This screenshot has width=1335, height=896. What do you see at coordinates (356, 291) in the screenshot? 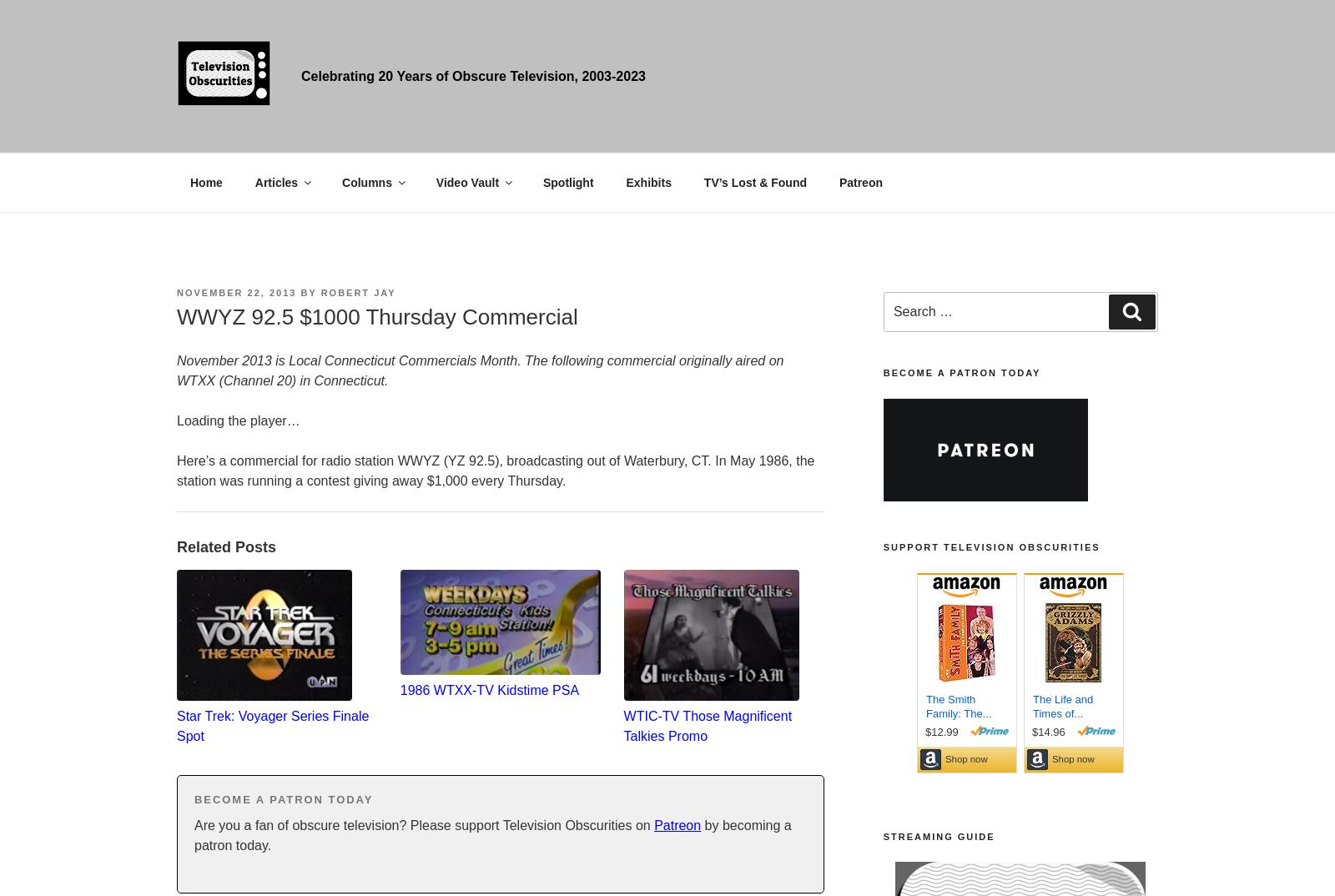
I see `'Robert Jay'` at bounding box center [356, 291].